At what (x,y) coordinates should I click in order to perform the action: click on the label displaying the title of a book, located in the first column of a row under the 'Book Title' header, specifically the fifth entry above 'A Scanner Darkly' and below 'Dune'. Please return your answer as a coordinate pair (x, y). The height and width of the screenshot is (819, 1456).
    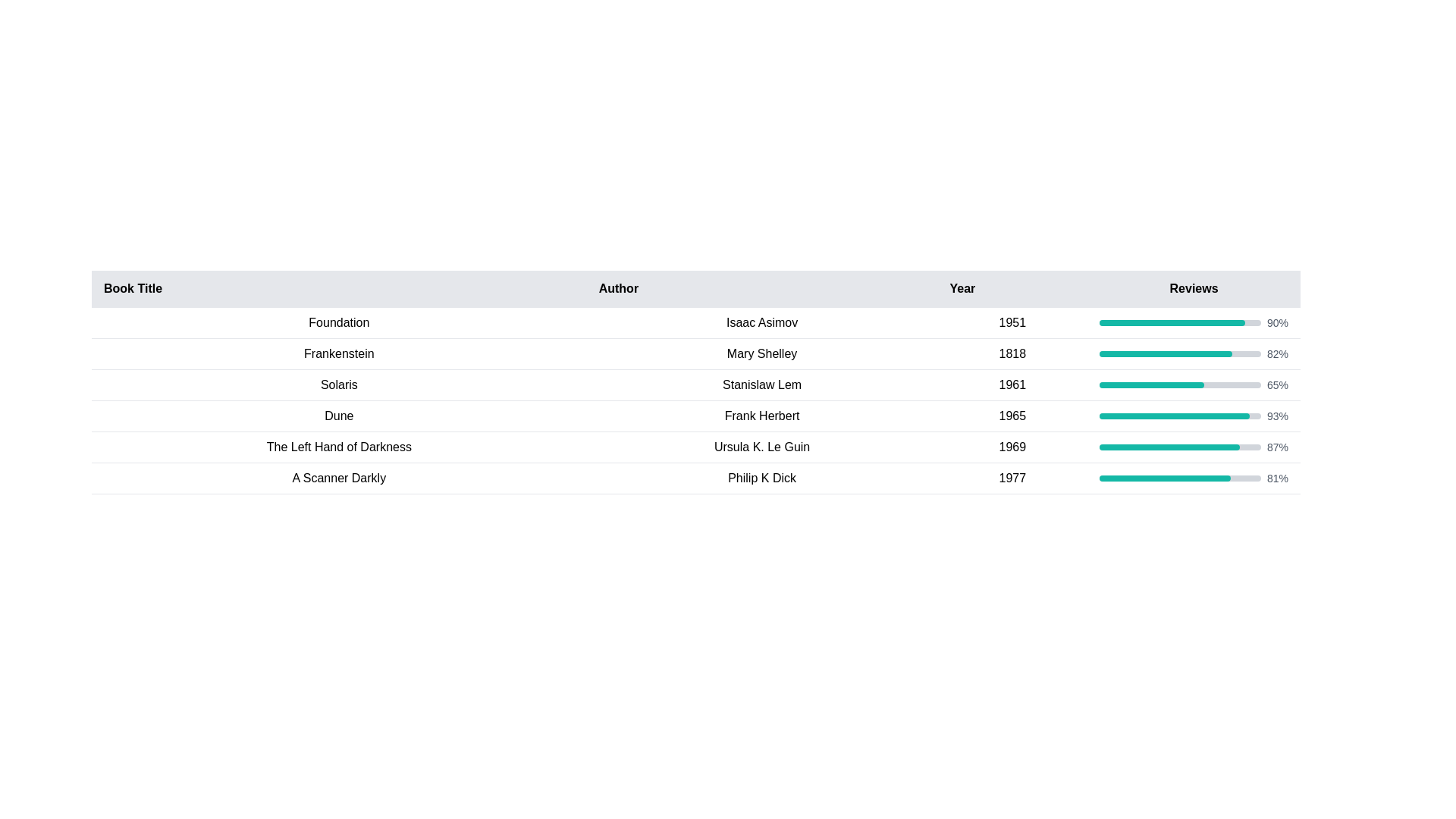
    Looking at the image, I should click on (338, 447).